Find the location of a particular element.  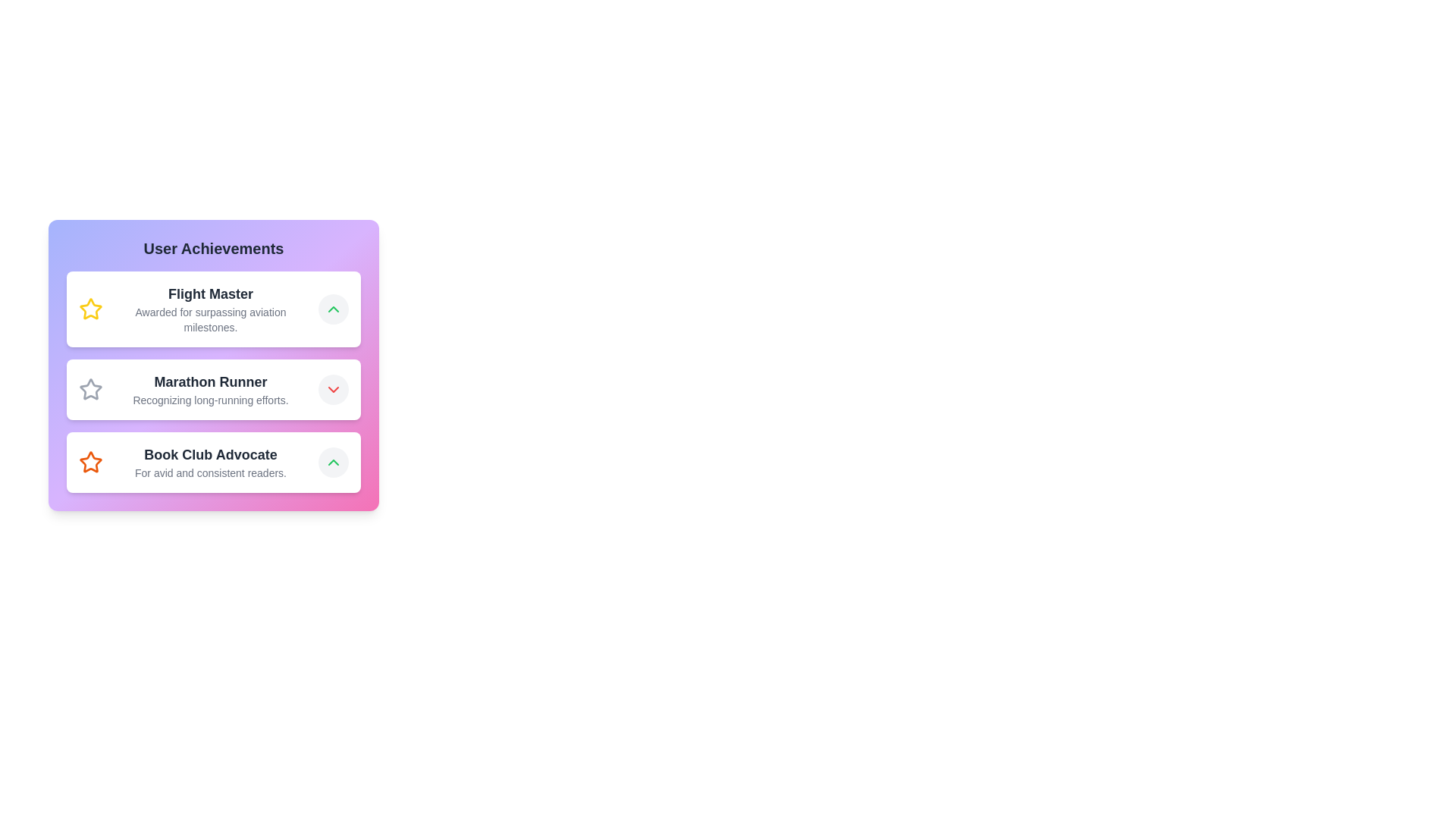

the achievement icon representing the 'Marathon Runner' title, located at the top-left corner of the second card in the 'User Achievements' section is located at coordinates (90, 388).